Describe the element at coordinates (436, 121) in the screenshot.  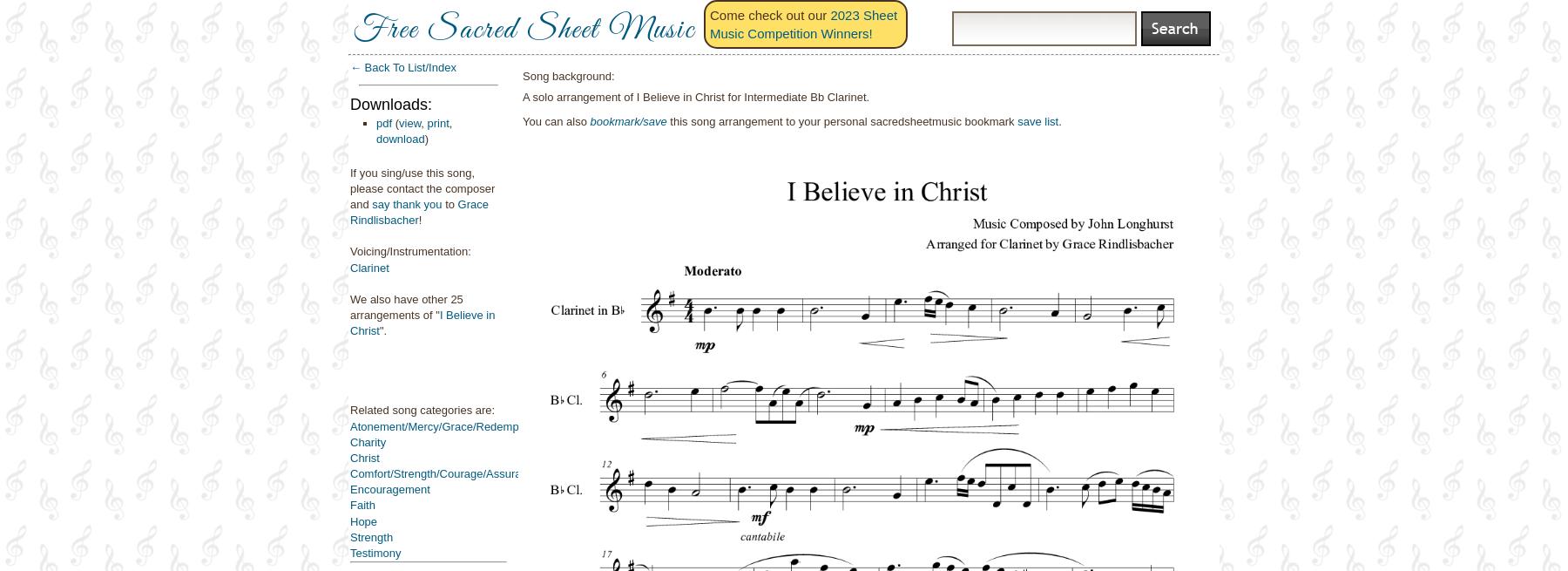
I see `'print'` at that location.